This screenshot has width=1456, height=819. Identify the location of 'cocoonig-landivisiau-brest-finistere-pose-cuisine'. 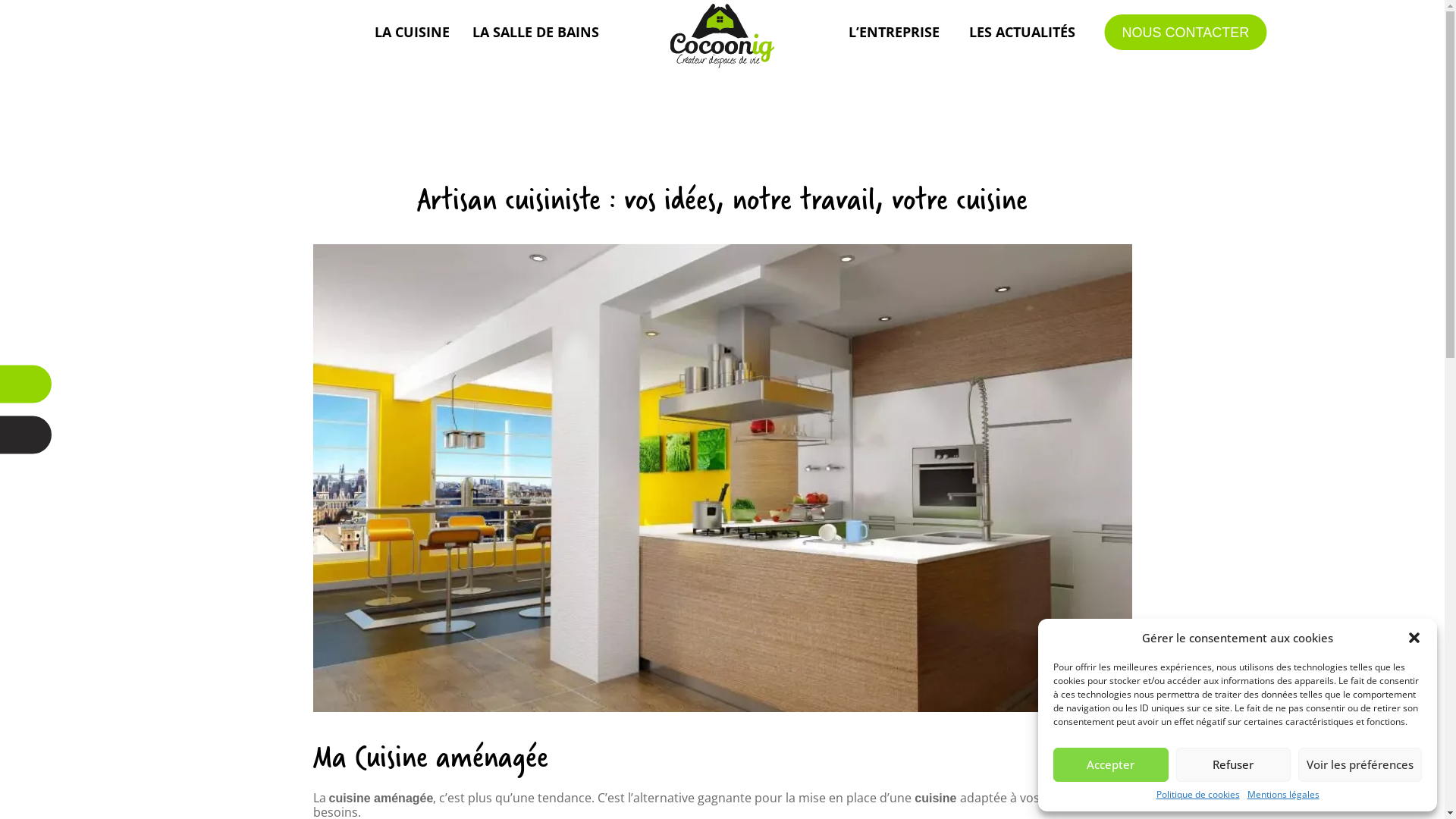
(312, 478).